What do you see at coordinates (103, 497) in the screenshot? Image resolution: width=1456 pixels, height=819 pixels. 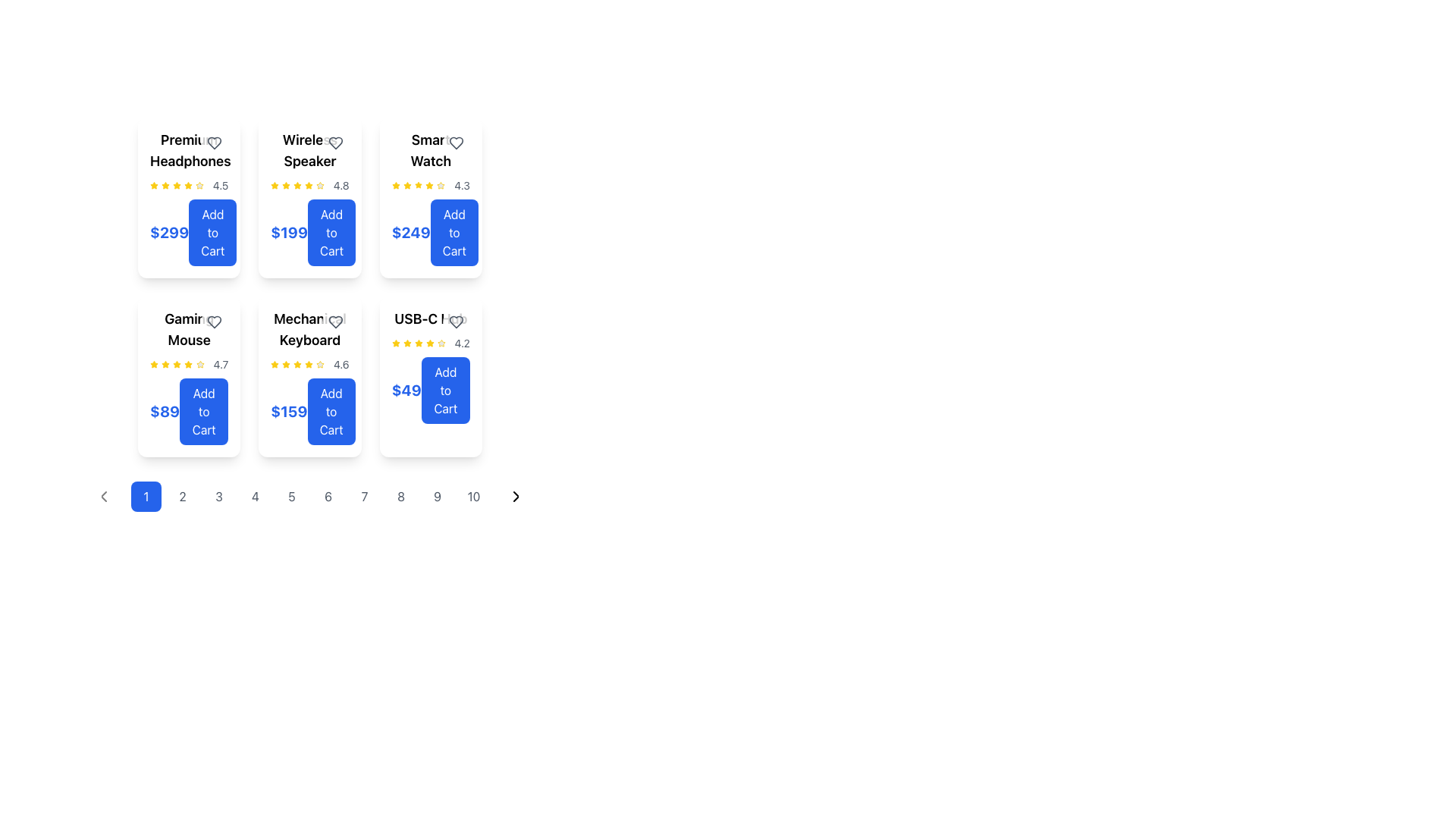 I see `the leftward chevron icon located in the bottom-left navigation bar` at bounding box center [103, 497].